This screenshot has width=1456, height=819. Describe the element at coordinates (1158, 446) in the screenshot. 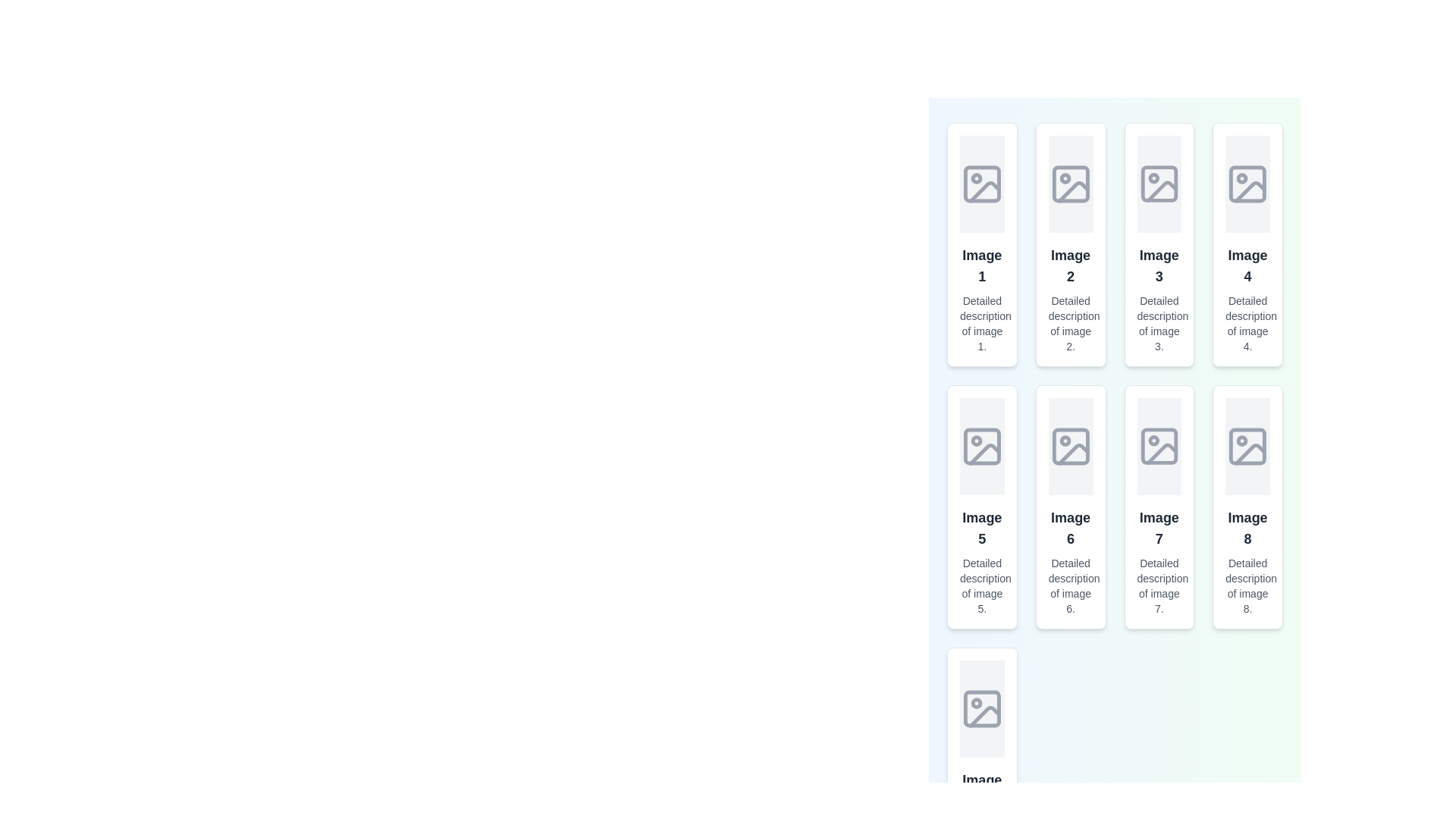

I see `the image placeholder located in the seventh card, positioned in the second row and third column of the grid layout` at that location.